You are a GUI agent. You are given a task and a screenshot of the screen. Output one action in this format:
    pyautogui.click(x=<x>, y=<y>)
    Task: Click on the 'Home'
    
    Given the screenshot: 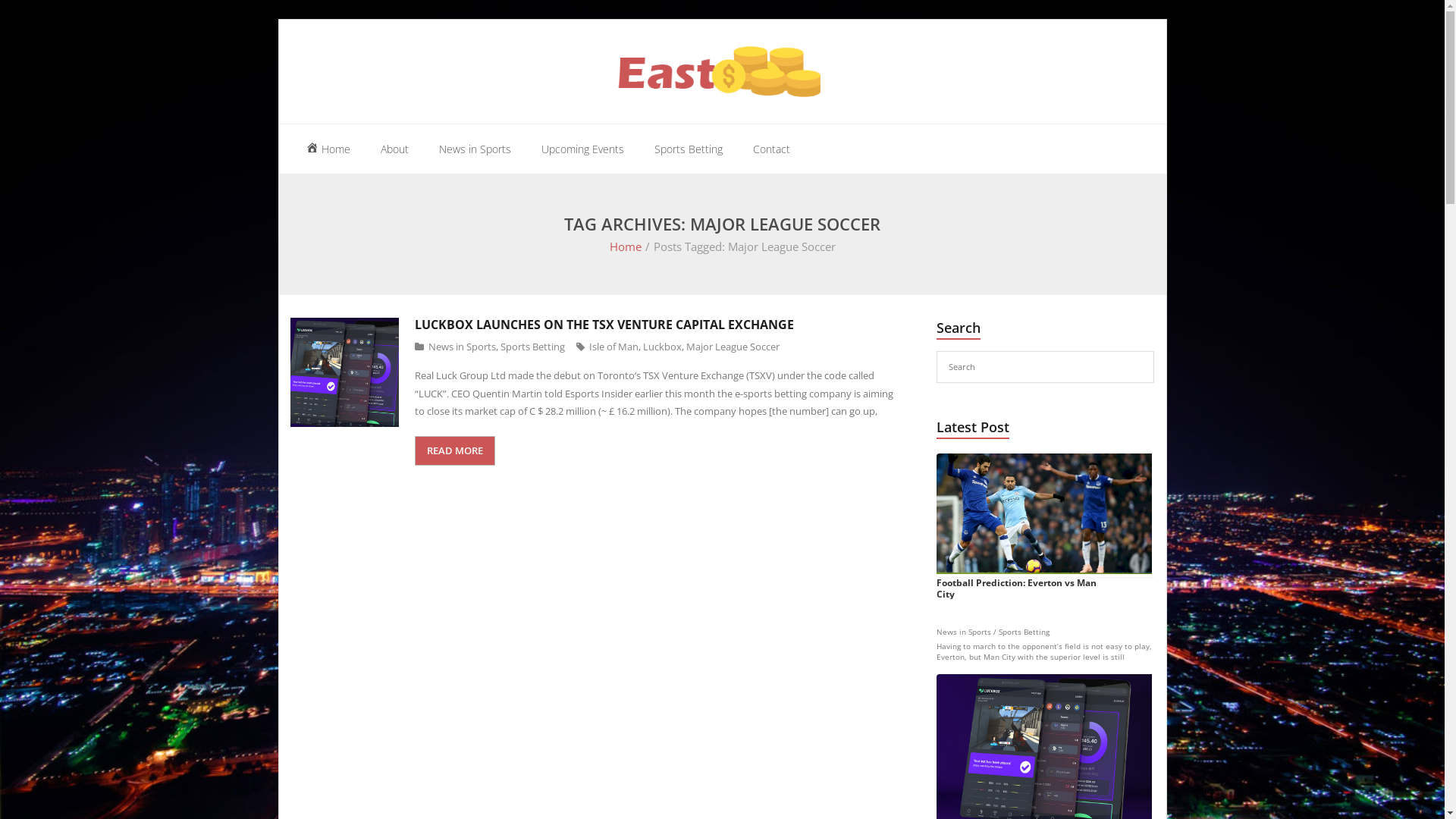 What is the action you would take?
    pyautogui.click(x=326, y=149)
    